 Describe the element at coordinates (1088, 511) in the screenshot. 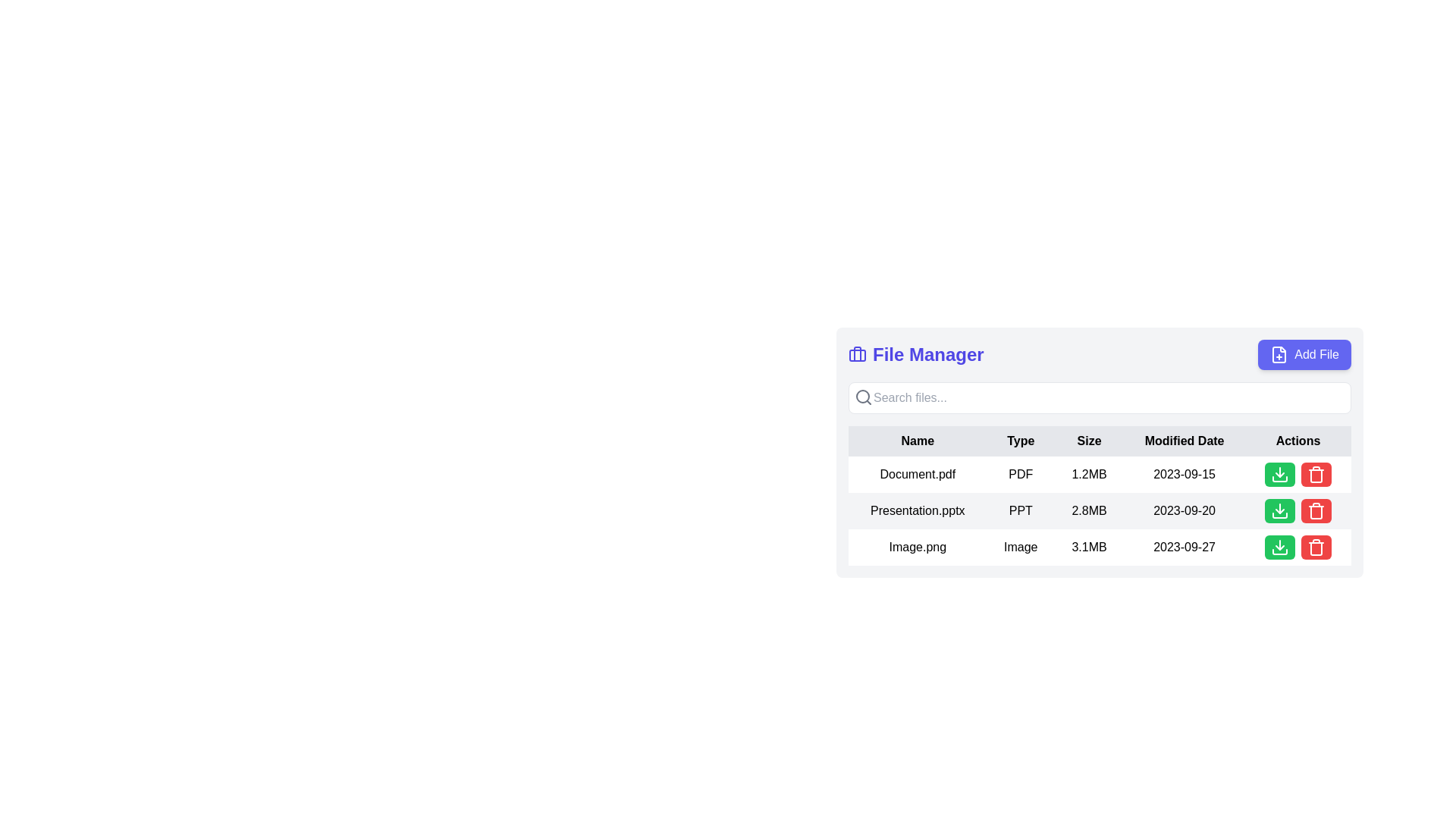

I see `the text label displaying '2.8MB' in the 'Size' column of the file manager, corresponding to the file named 'Presentation.pptx'` at that location.